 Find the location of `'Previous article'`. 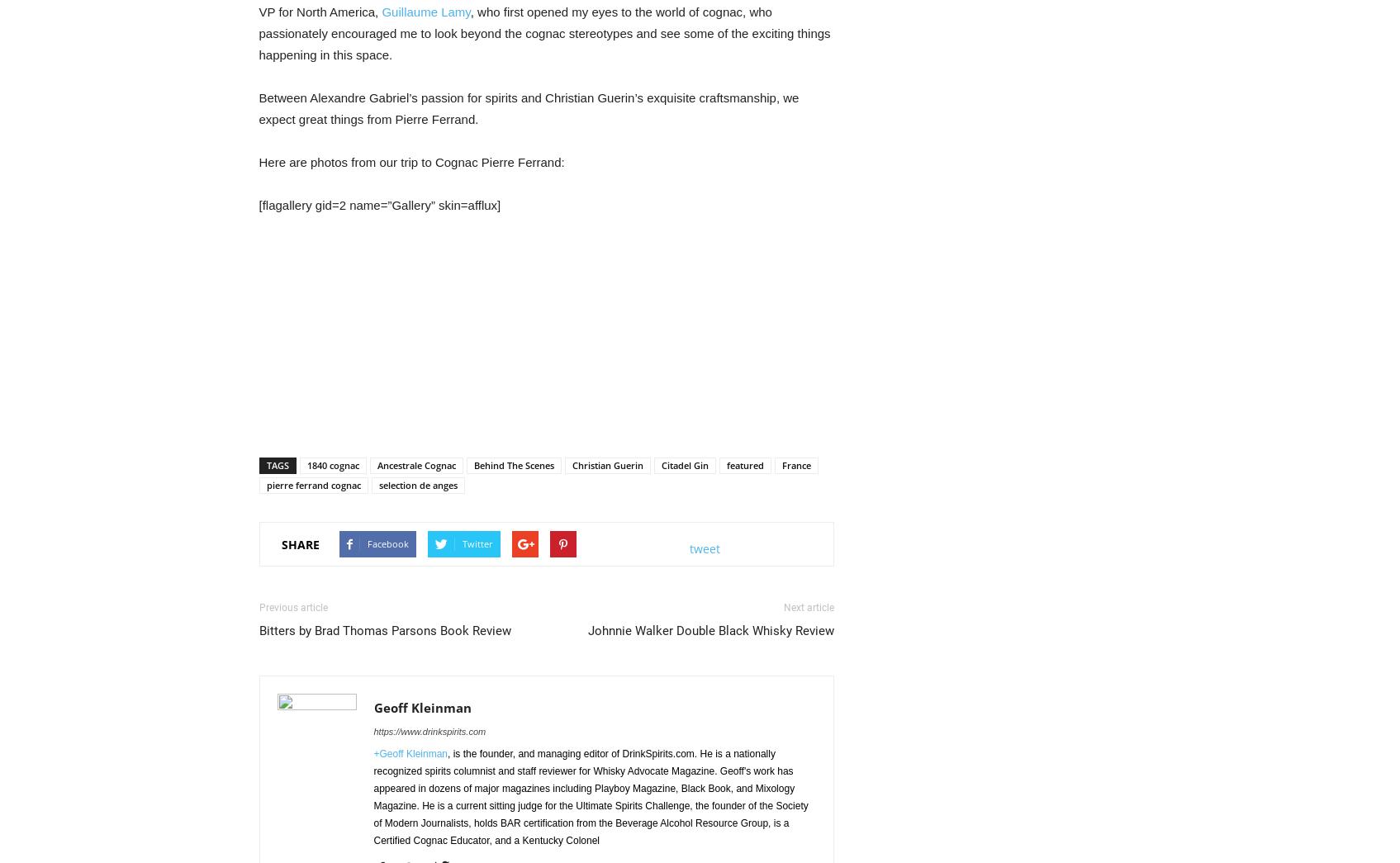

'Previous article' is located at coordinates (292, 606).